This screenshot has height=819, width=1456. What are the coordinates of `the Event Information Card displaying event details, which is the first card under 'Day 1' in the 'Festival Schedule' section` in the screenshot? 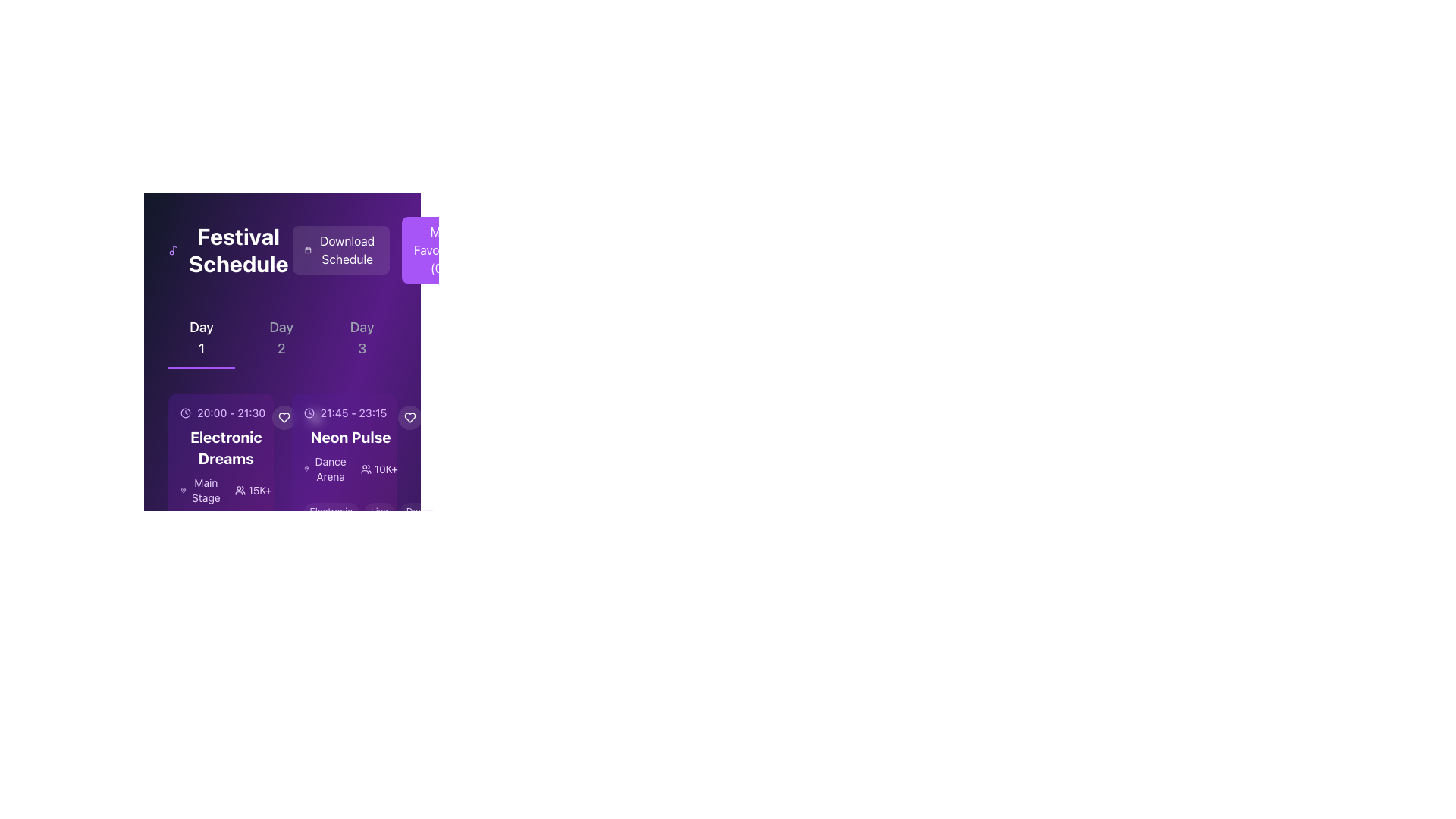 It's located at (220, 455).